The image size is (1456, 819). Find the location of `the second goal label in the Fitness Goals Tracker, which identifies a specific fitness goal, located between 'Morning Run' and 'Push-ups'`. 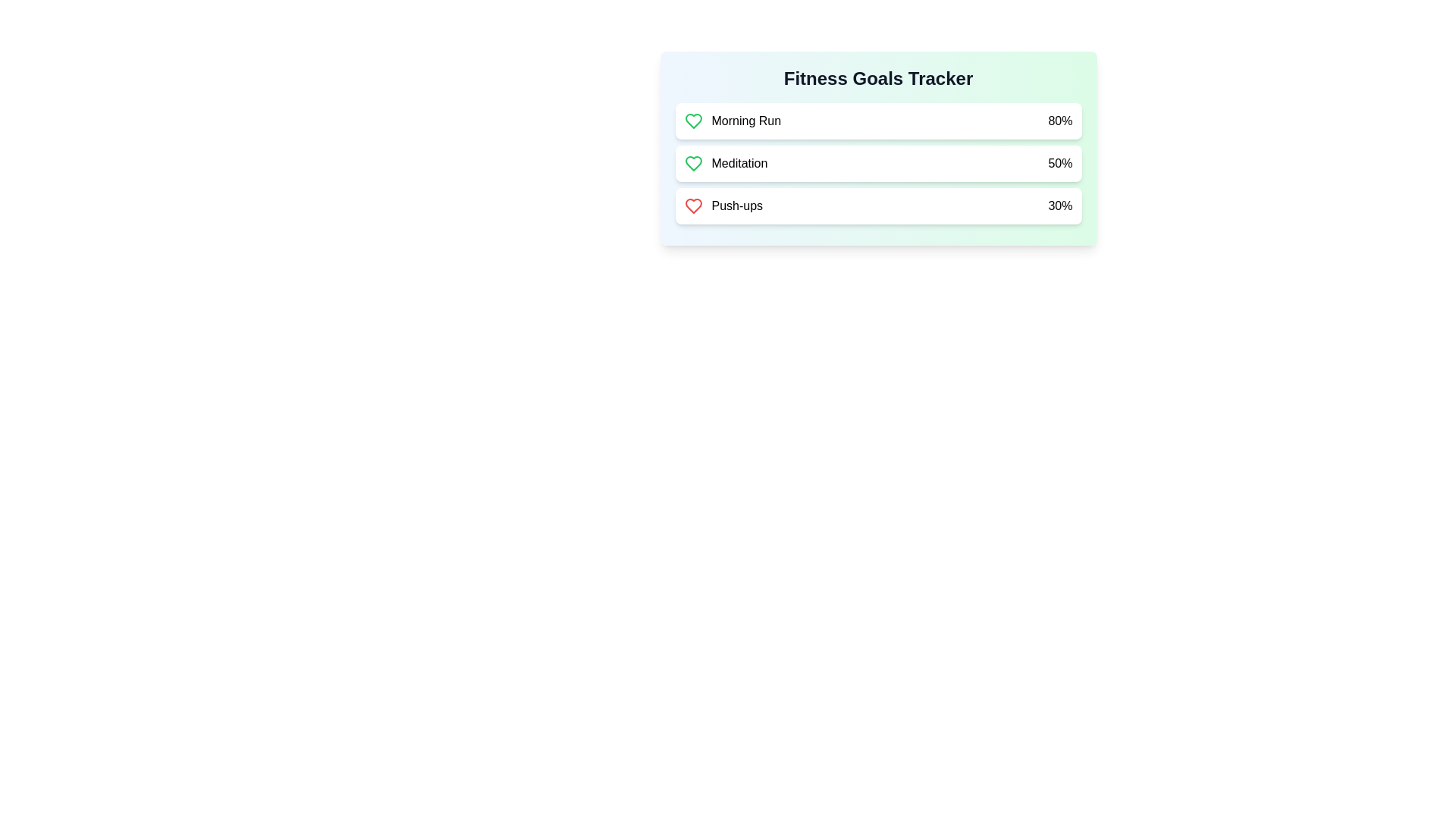

the second goal label in the Fitness Goals Tracker, which identifies a specific fitness goal, located between 'Morning Run' and 'Push-ups' is located at coordinates (739, 164).